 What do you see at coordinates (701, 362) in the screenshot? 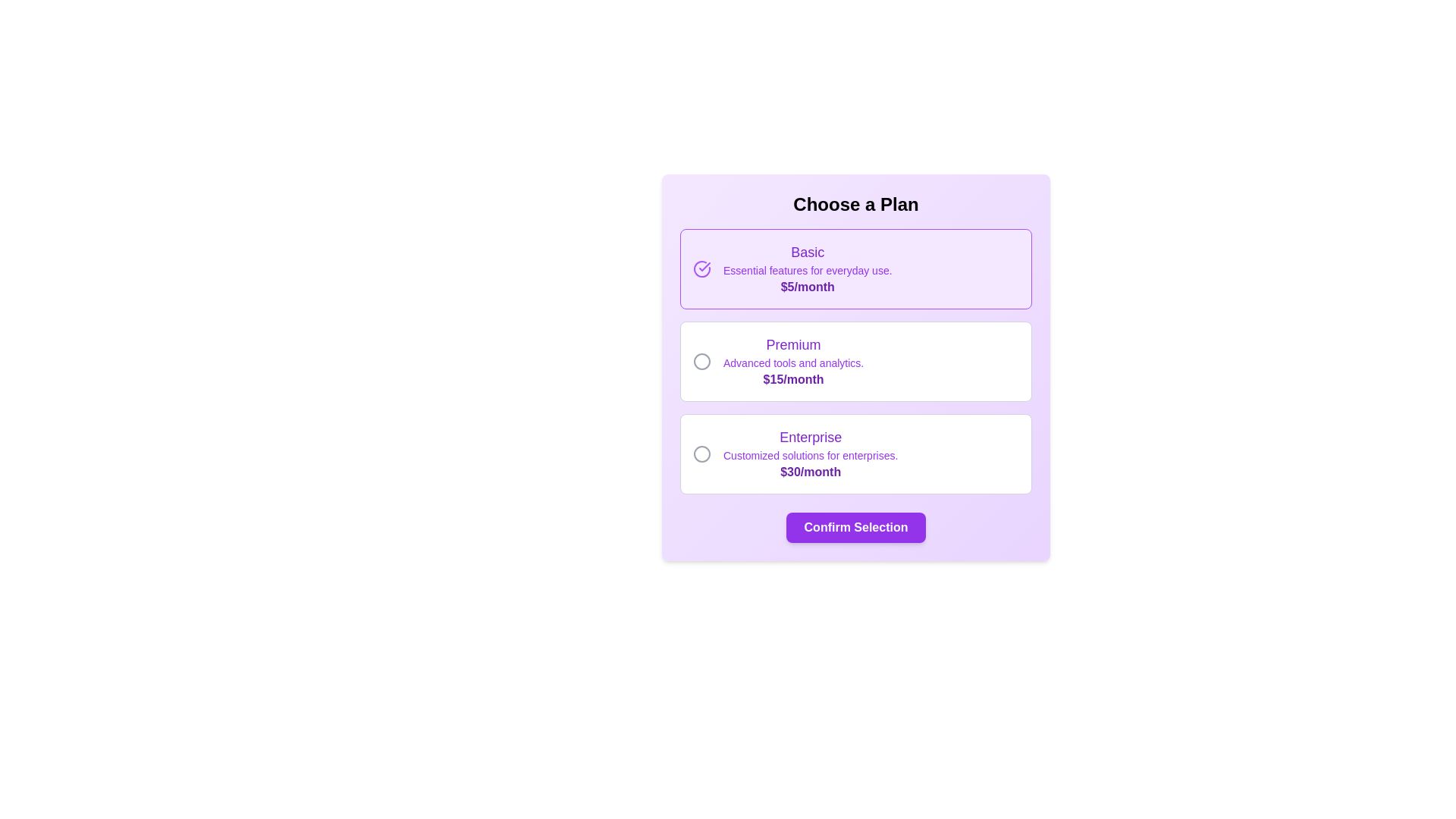
I see `the circular checkbox` at bounding box center [701, 362].